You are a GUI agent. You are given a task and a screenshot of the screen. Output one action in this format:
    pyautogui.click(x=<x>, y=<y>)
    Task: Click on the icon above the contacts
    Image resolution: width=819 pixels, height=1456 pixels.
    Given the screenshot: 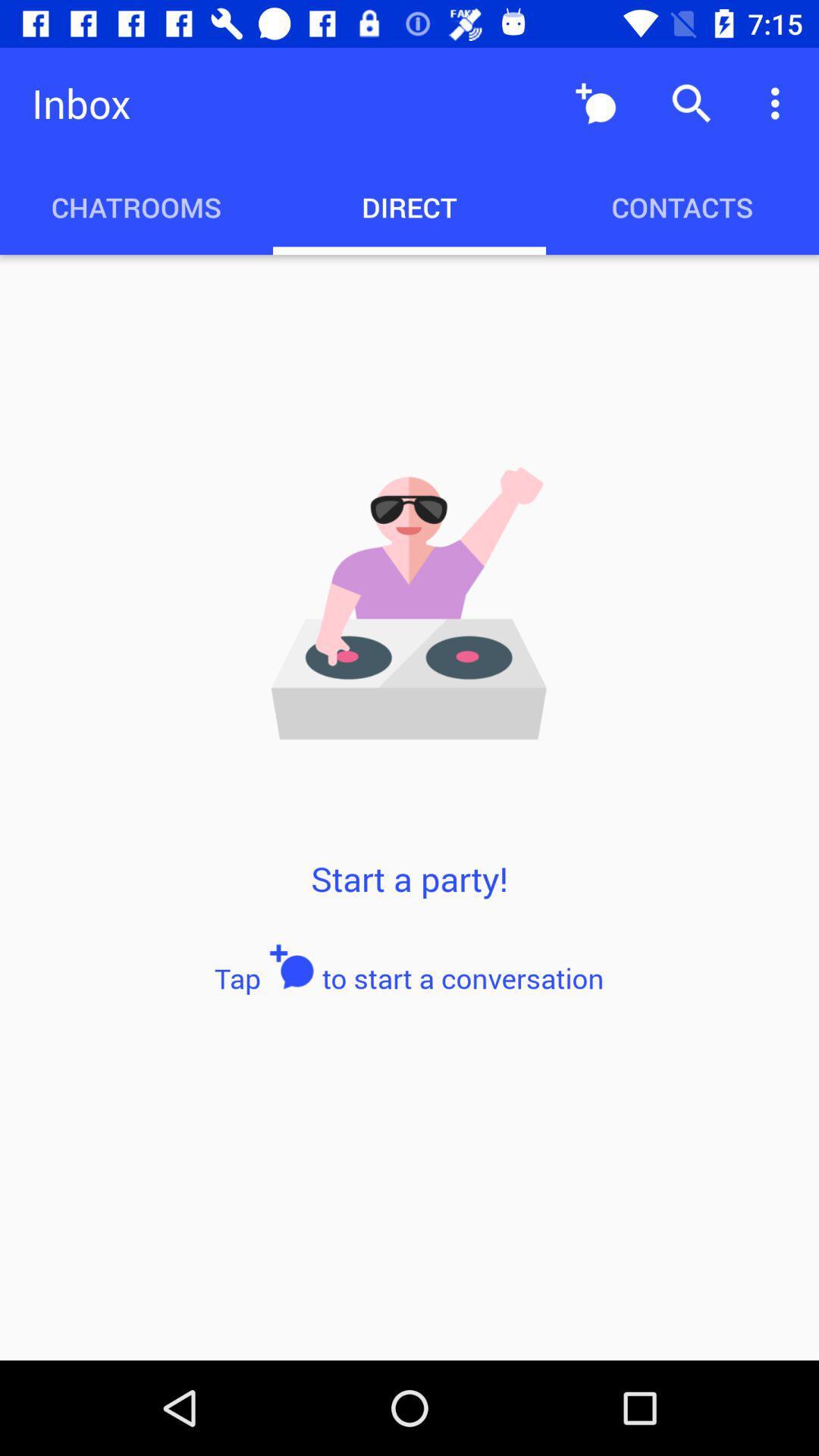 What is the action you would take?
    pyautogui.click(x=779, y=102)
    